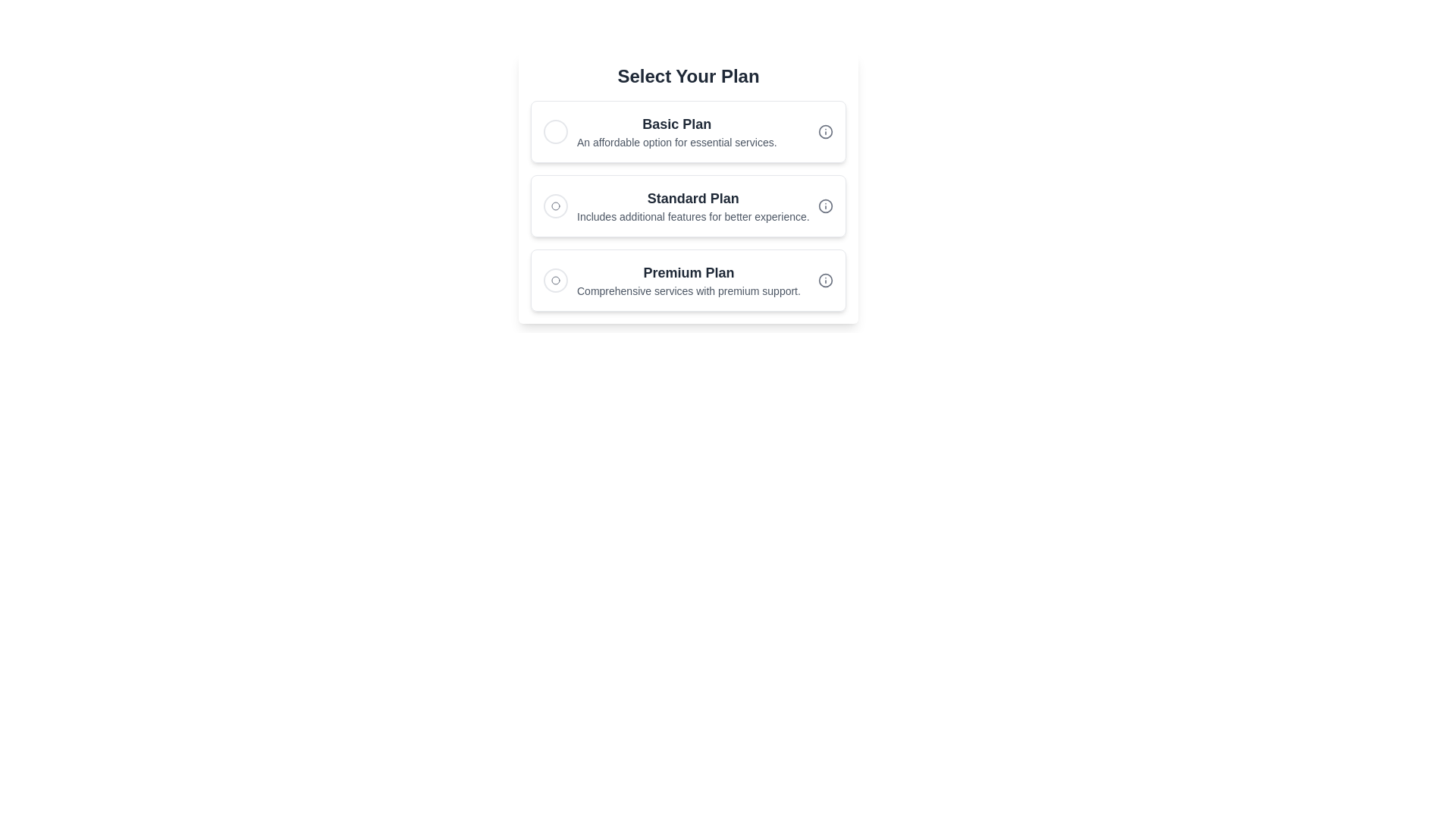 This screenshot has height=819, width=1456. What do you see at coordinates (676, 130) in the screenshot?
I see `the 'Basic Plan' text label option, which is the first selectable choice in the list of plans, located below the heading 'Select Your Plan'` at bounding box center [676, 130].